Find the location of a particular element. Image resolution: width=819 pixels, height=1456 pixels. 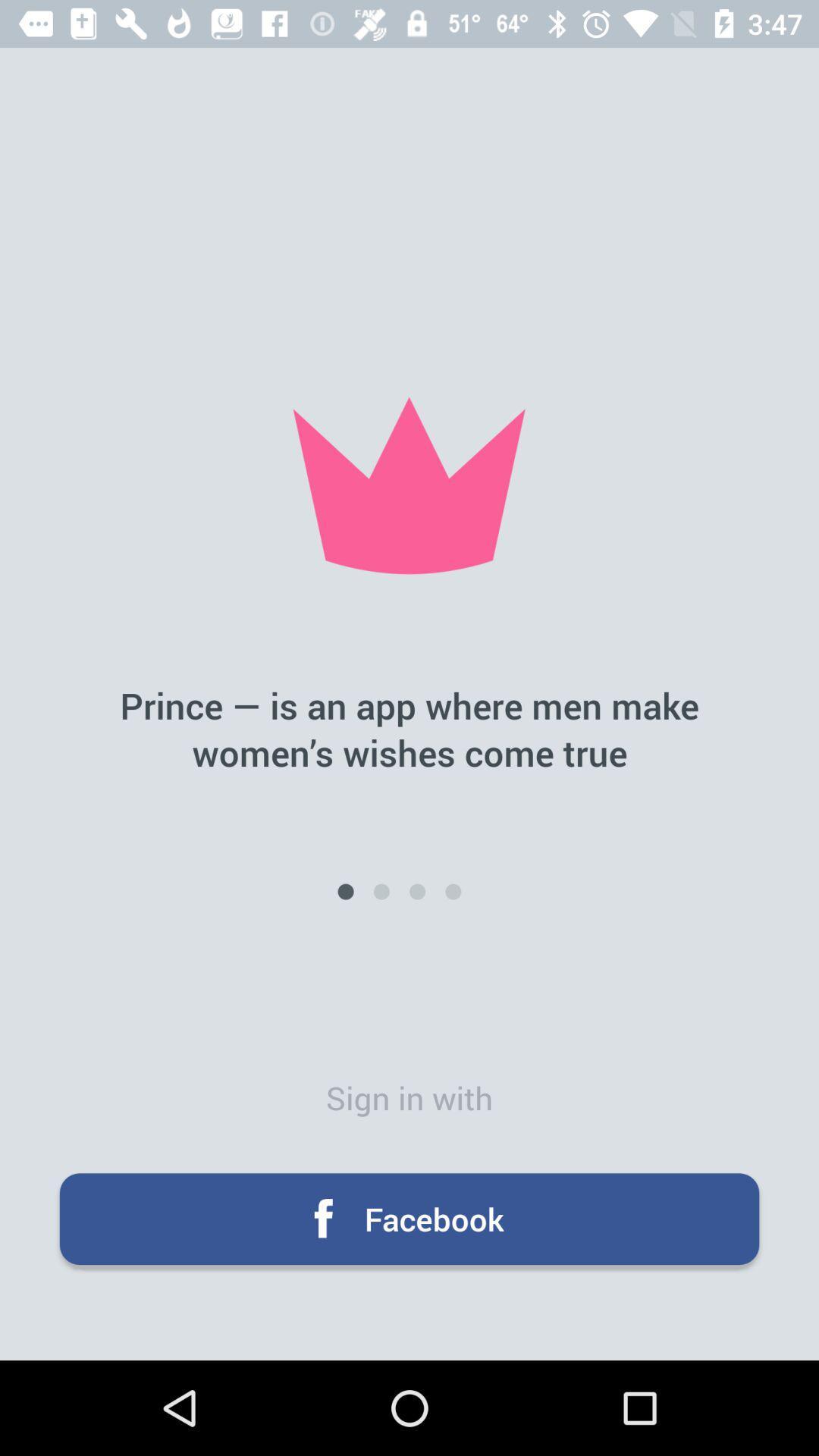

the icon below prince is an is located at coordinates (381, 892).